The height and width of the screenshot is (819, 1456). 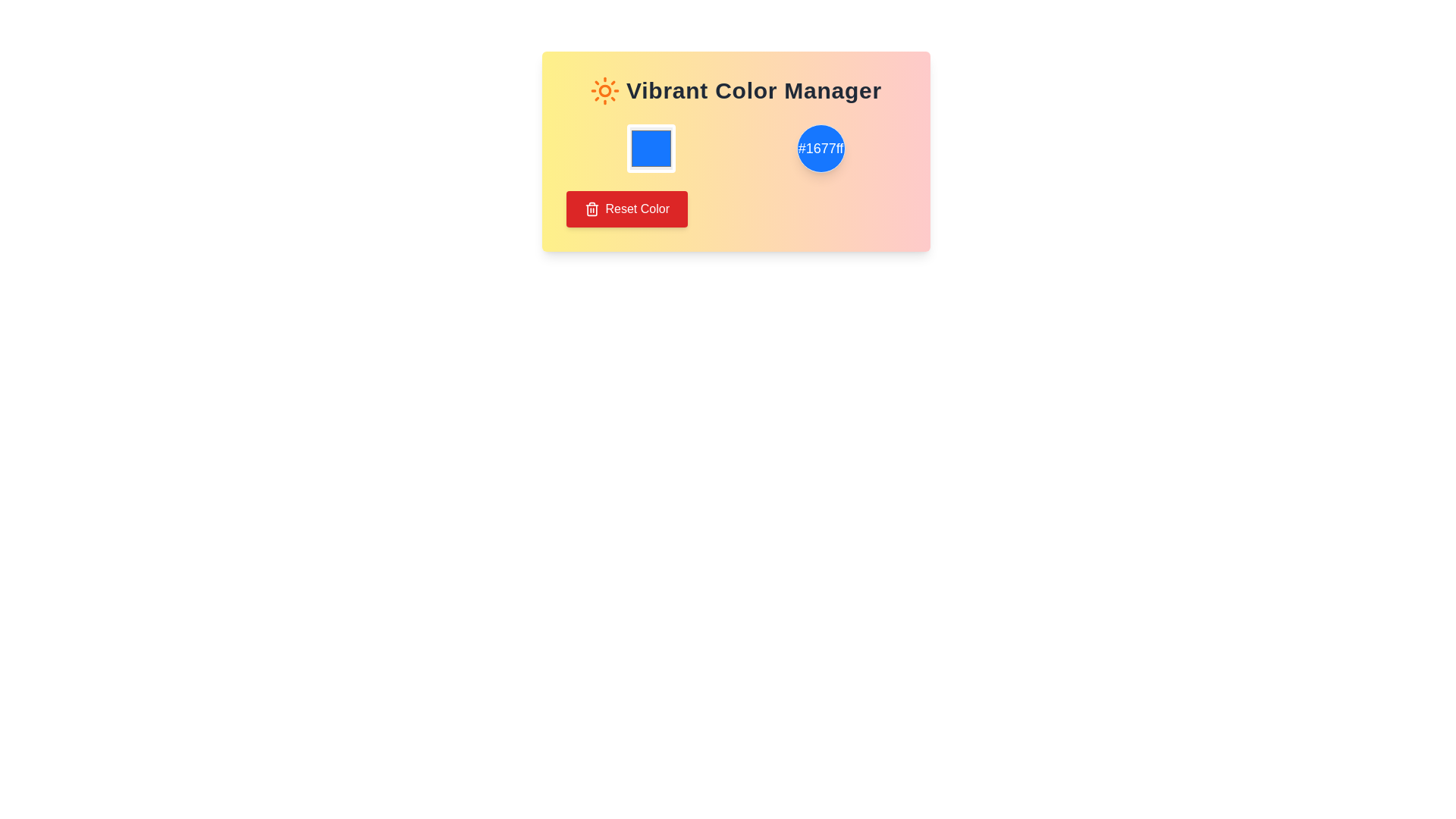 I want to click on the trash can icon inside the 'Reset Color' button to reset the color settings, so click(x=591, y=209).